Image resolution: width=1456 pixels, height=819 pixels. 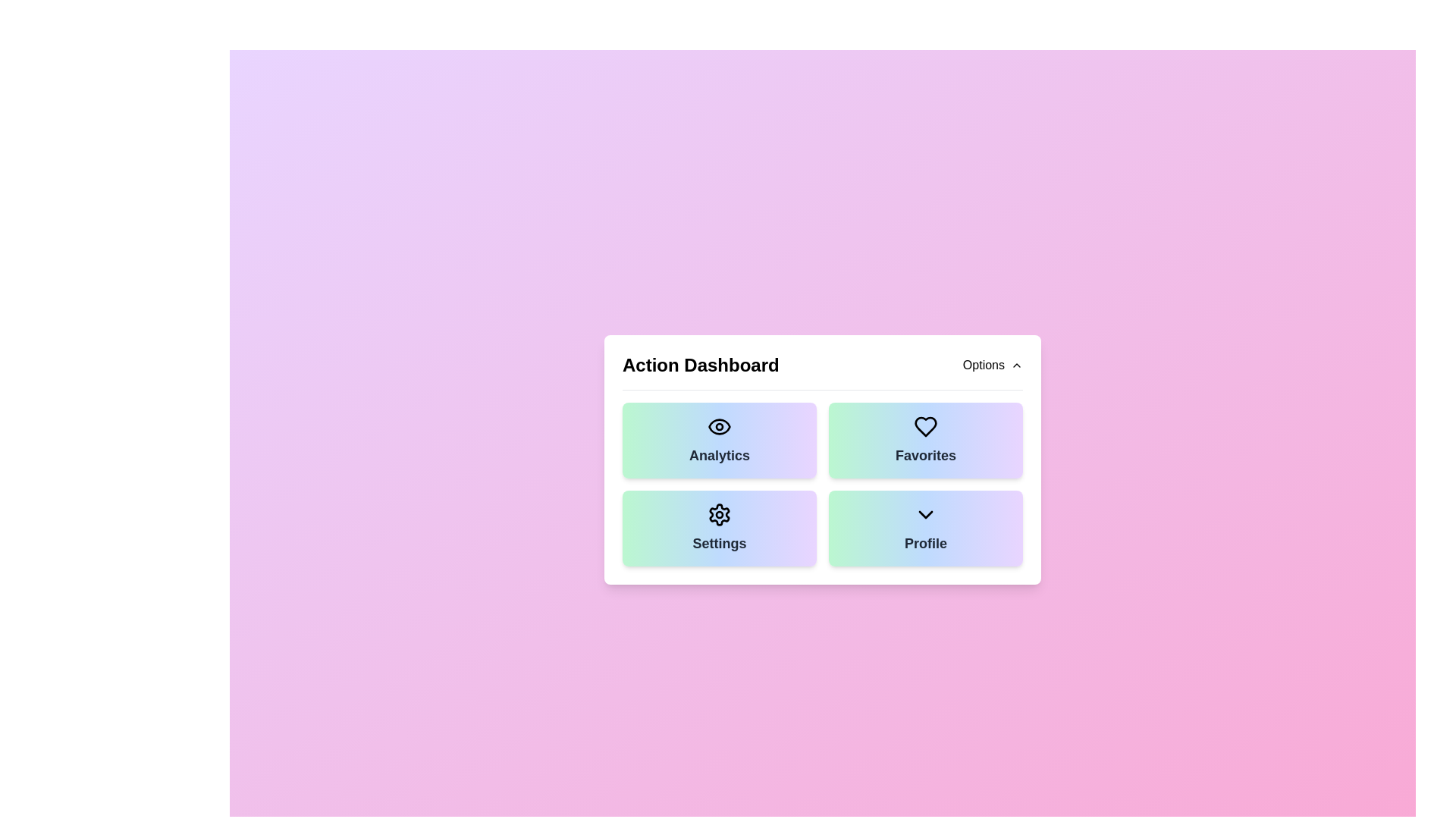 I want to click on the settings button located in the bottom-left of the grid under the 'Action Dashboard' header, so click(x=719, y=527).